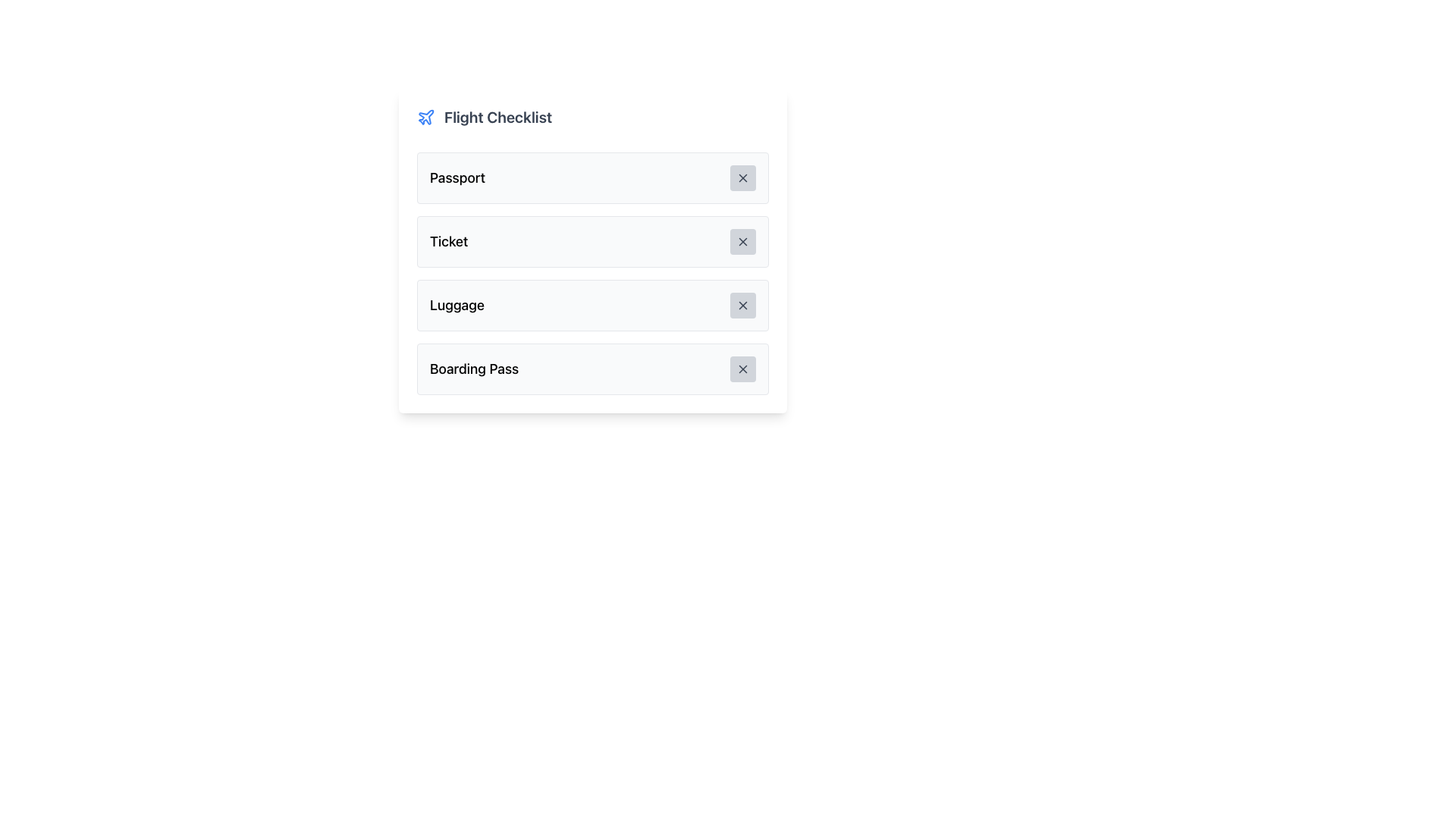  I want to click on the 'Boarding Pass' static text element, which is styled with a large bold font and located on the left side of the last card in the 'Flight Checklist' section, so click(473, 369).